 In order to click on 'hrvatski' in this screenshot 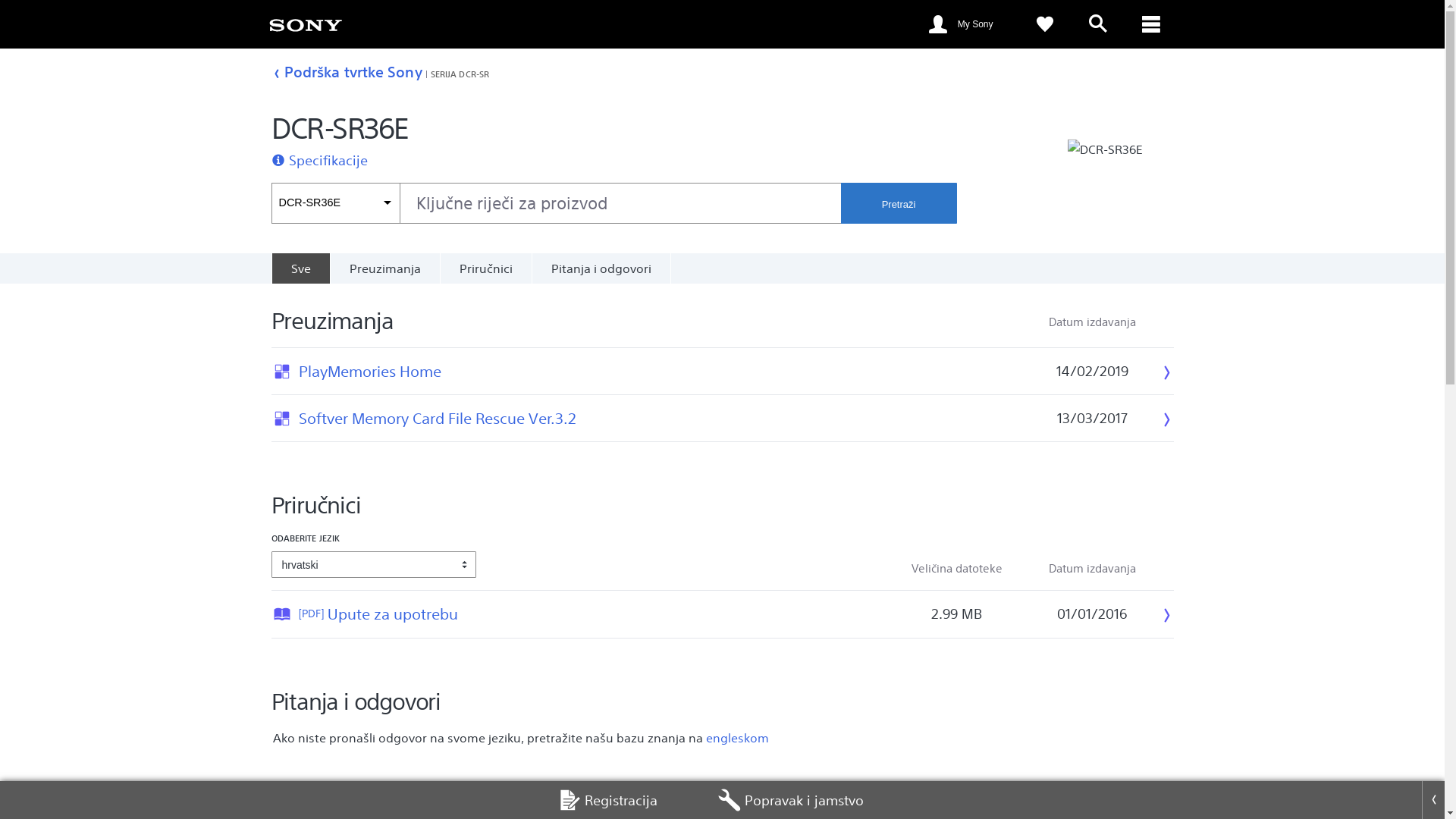, I will do `click(374, 564)`.